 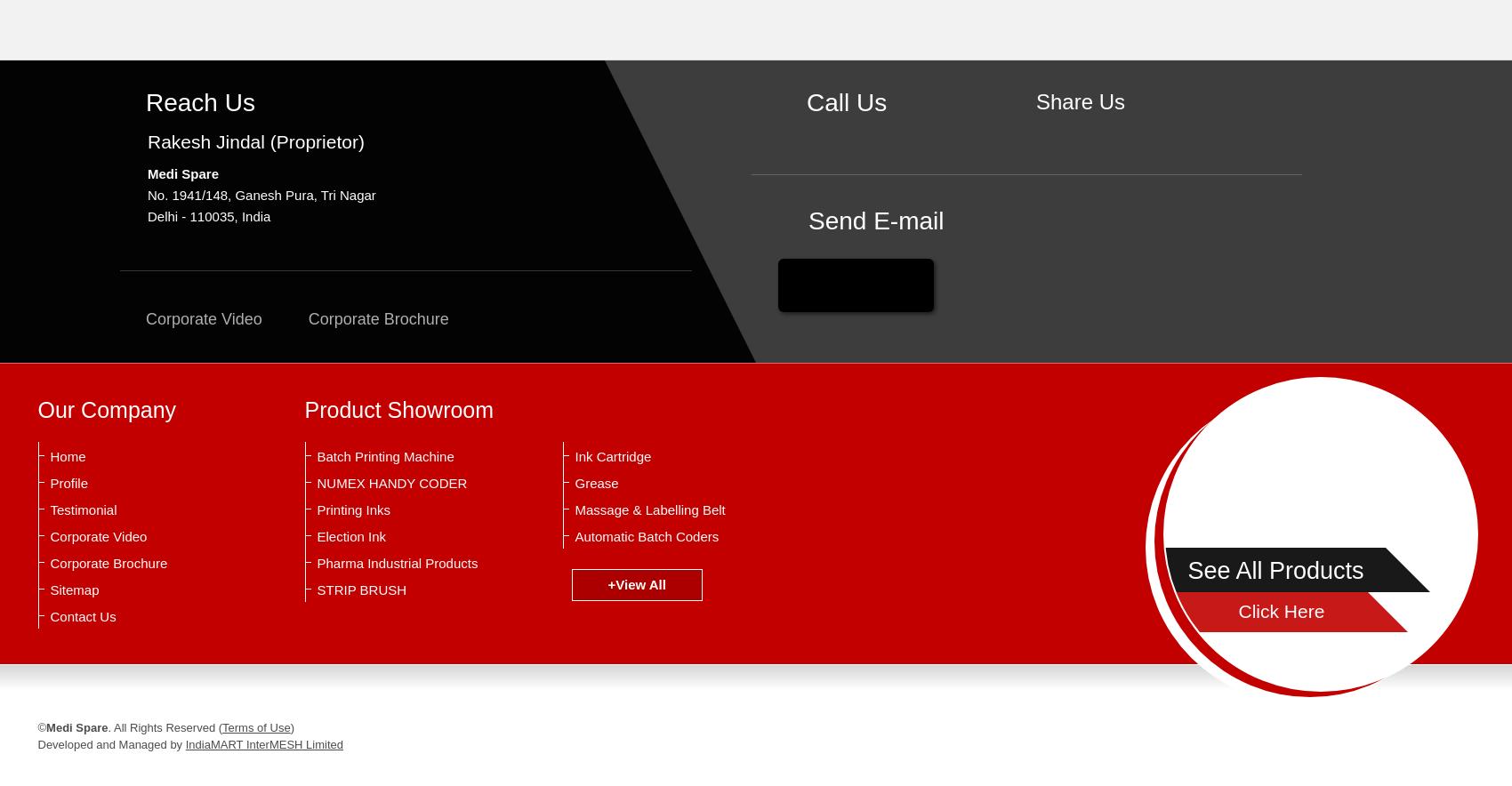 What do you see at coordinates (360, 589) in the screenshot?
I see `'STRIP BRUSH'` at bounding box center [360, 589].